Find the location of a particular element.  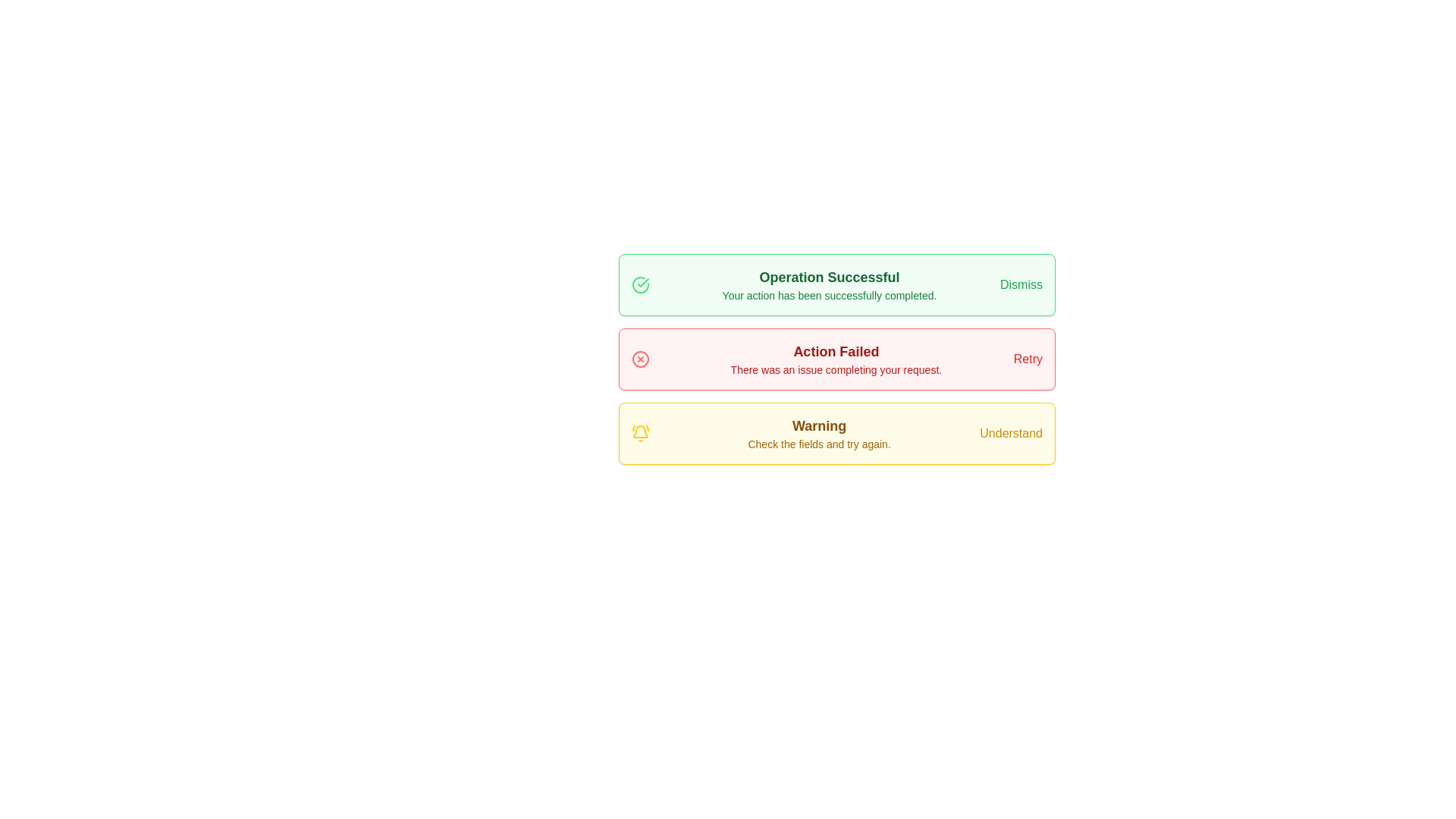

the Notification banner that features a yellow bell icon, bold 'Warning' text, a smaller 'Check the fields and try again.' subtitle, and an interactive 'Understand' link, located at the bottom of the notifications is located at coordinates (836, 433).